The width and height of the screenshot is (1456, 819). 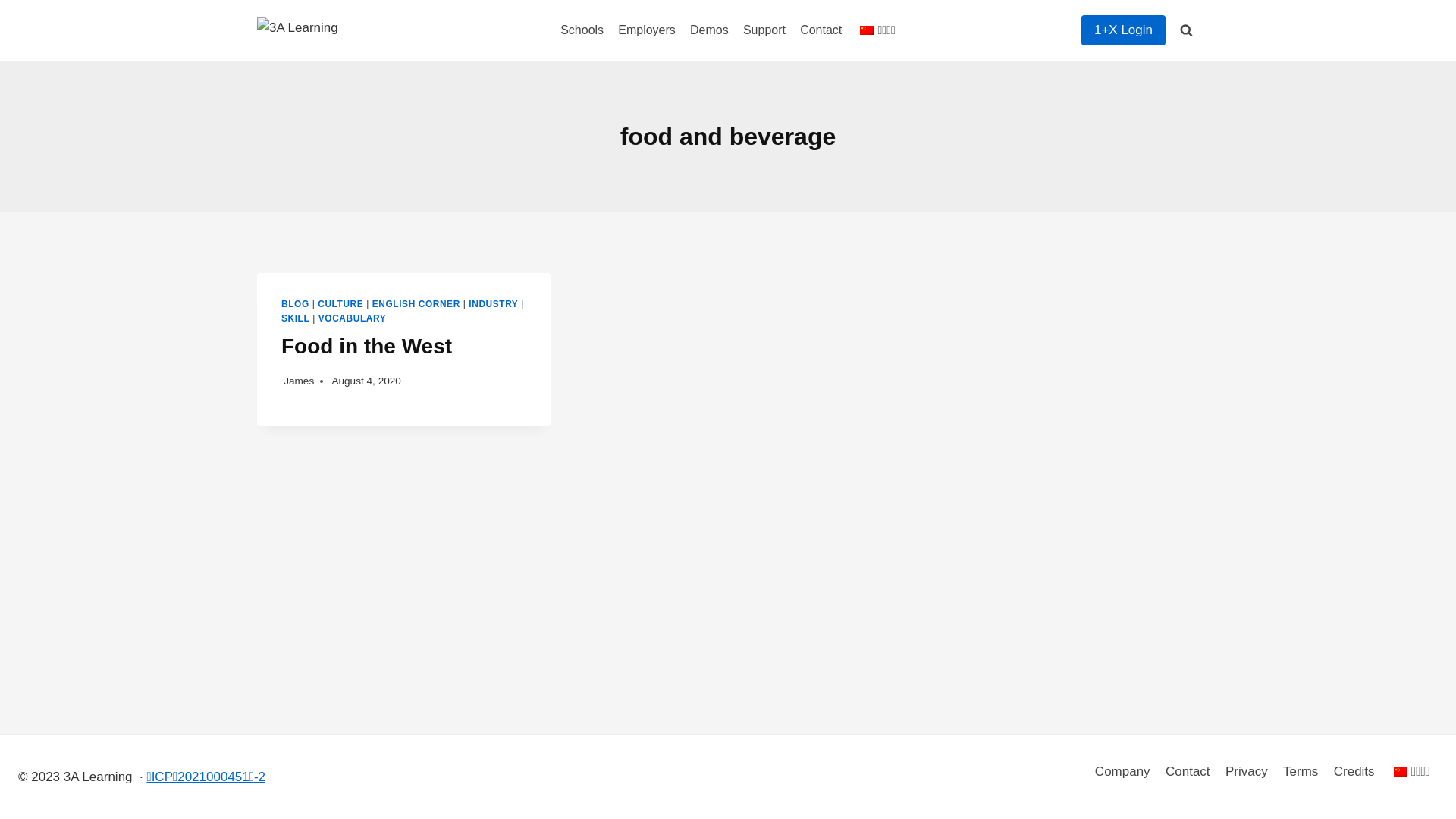 What do you see at coordinates (552, 30) in the screenshot?
I see `'Schools'` at bounding box center [552, 30].